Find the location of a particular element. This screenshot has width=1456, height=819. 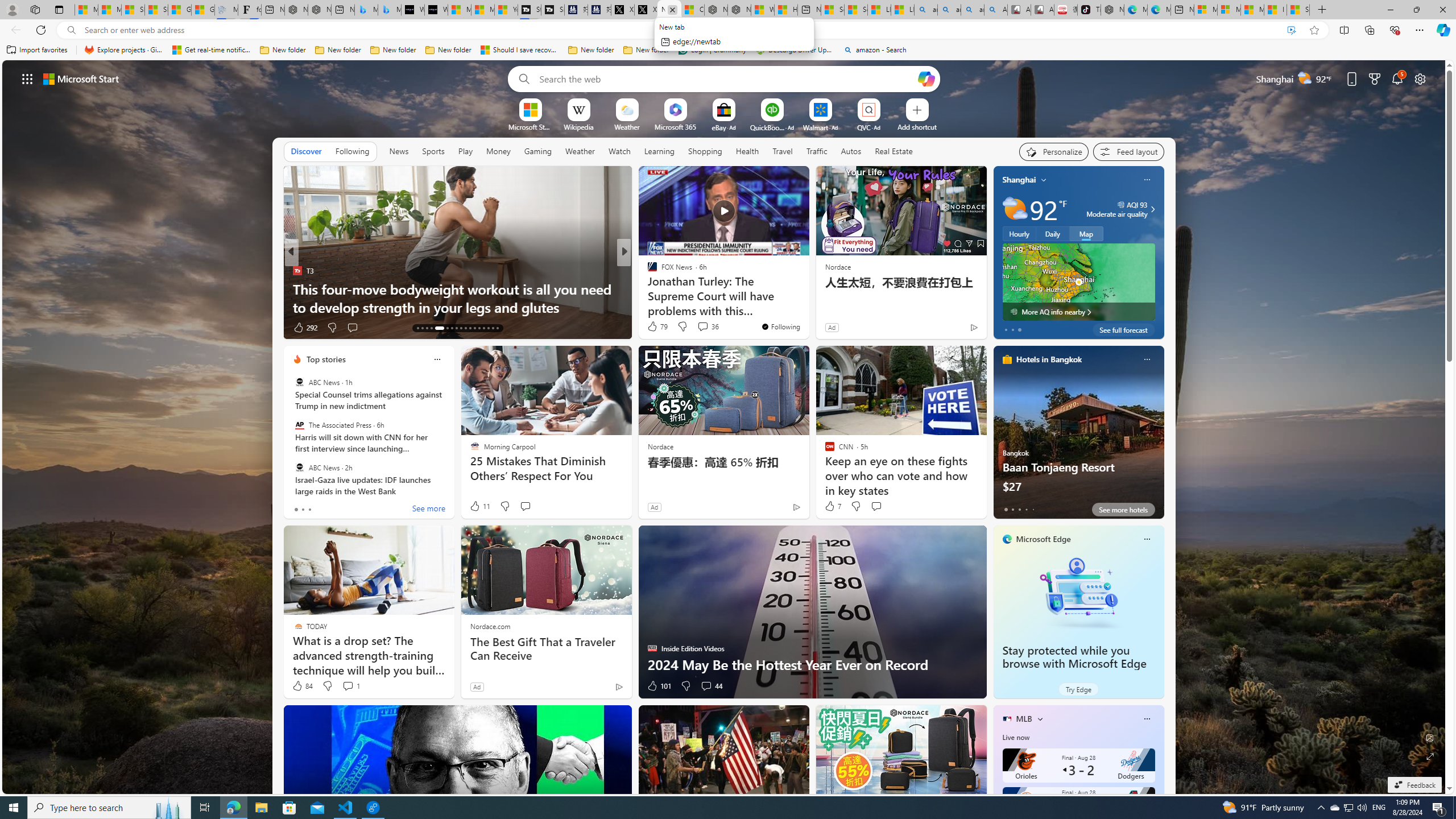

'Microsoft Edge' is located at coordinates (1043, 539).